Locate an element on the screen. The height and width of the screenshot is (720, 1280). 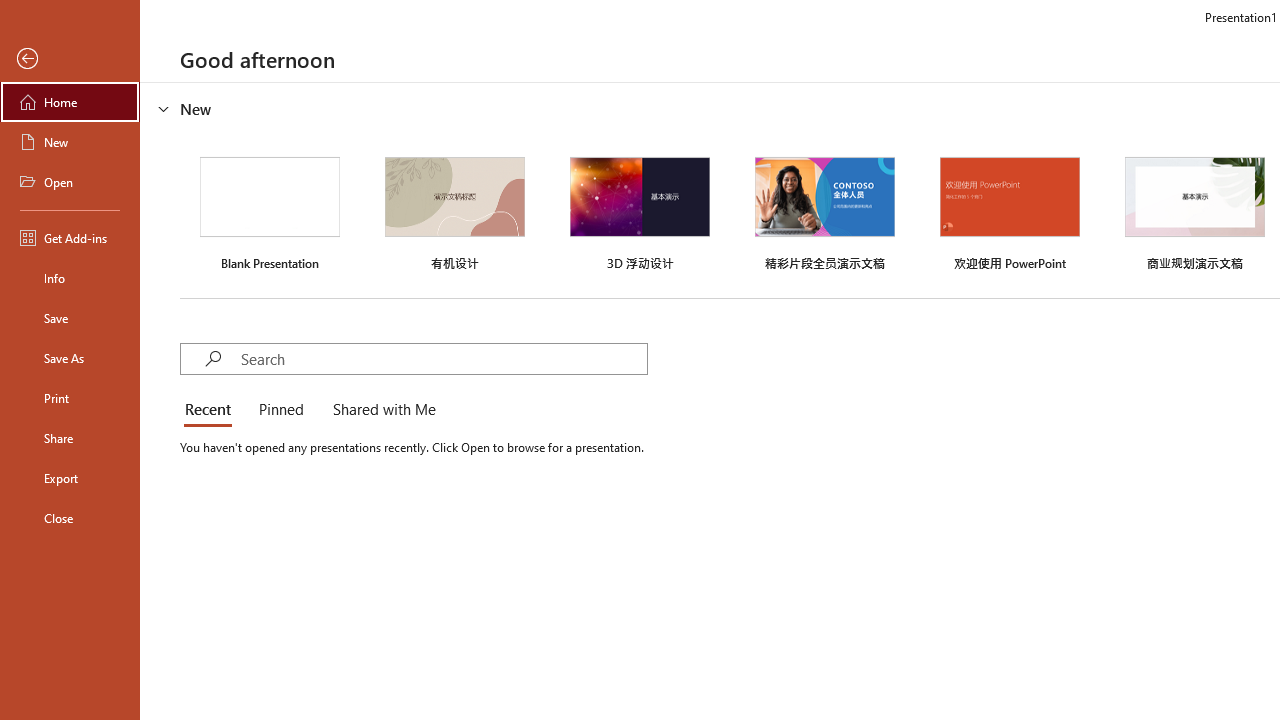
'Info' is located at coordinates (69, 277).